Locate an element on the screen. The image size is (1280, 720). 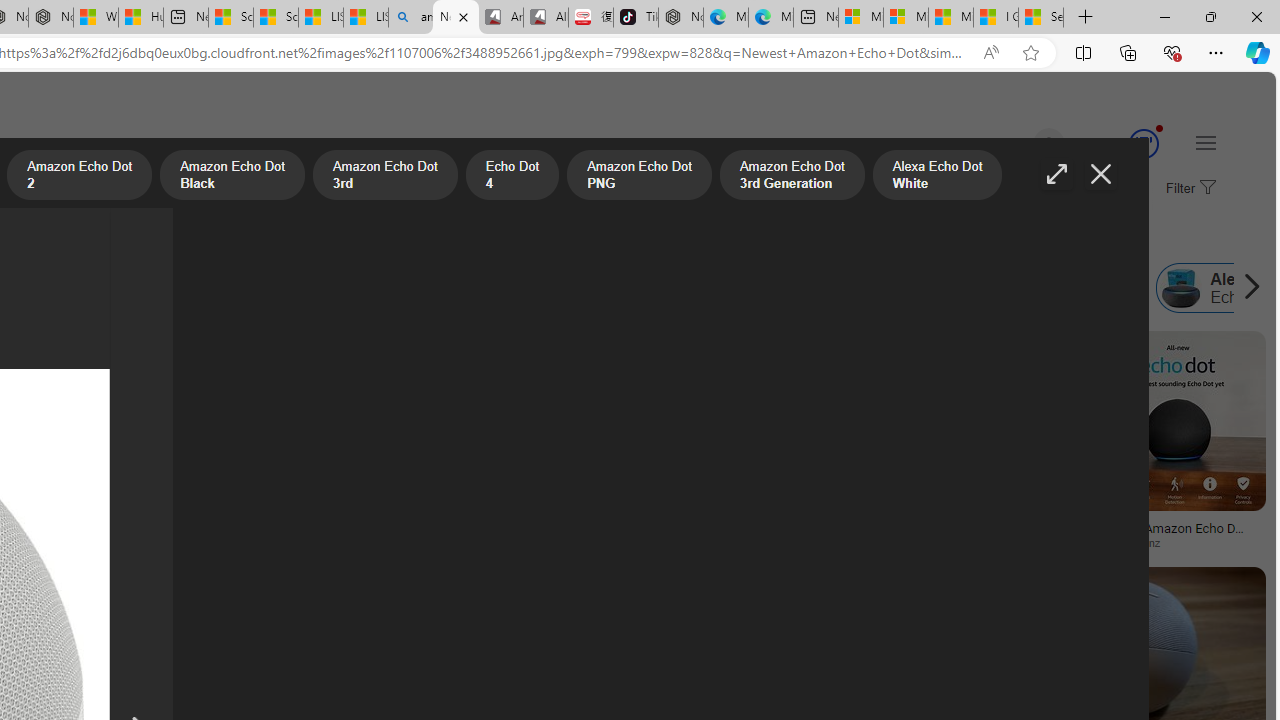
'Filter' is located at coordinates (1188, 189).